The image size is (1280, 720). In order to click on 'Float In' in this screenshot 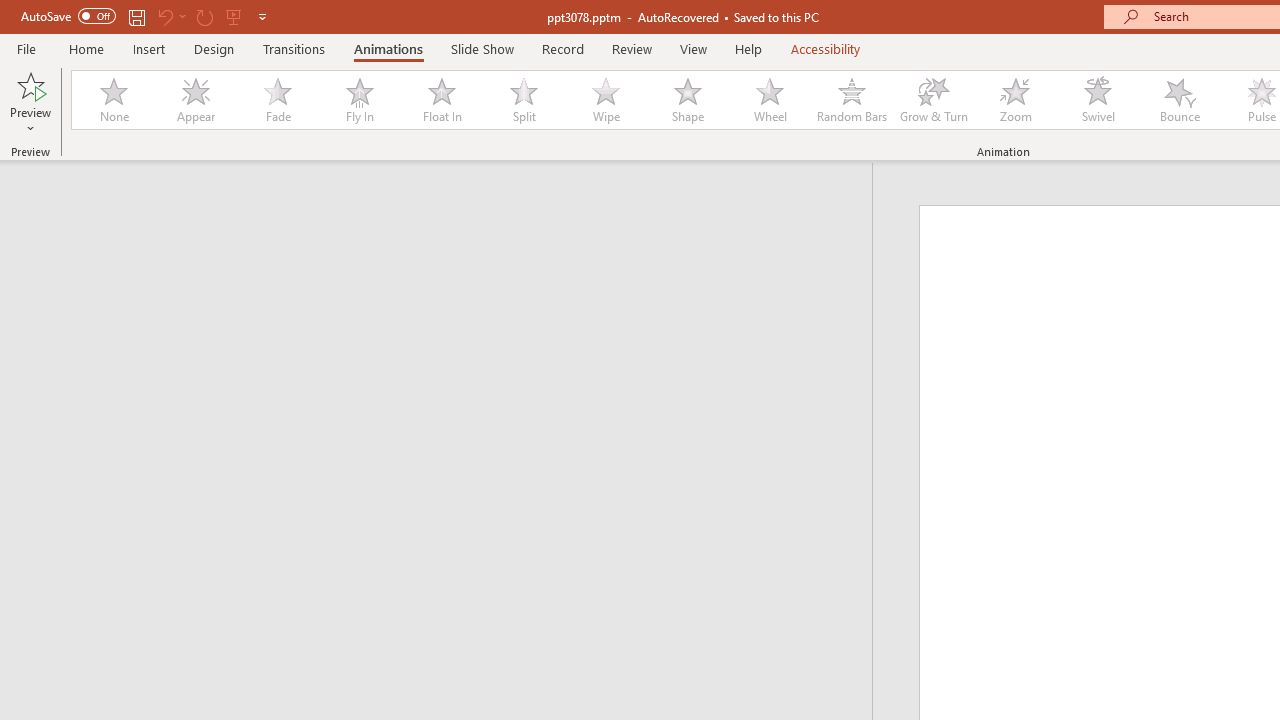, I will do `click(440, 100)`.